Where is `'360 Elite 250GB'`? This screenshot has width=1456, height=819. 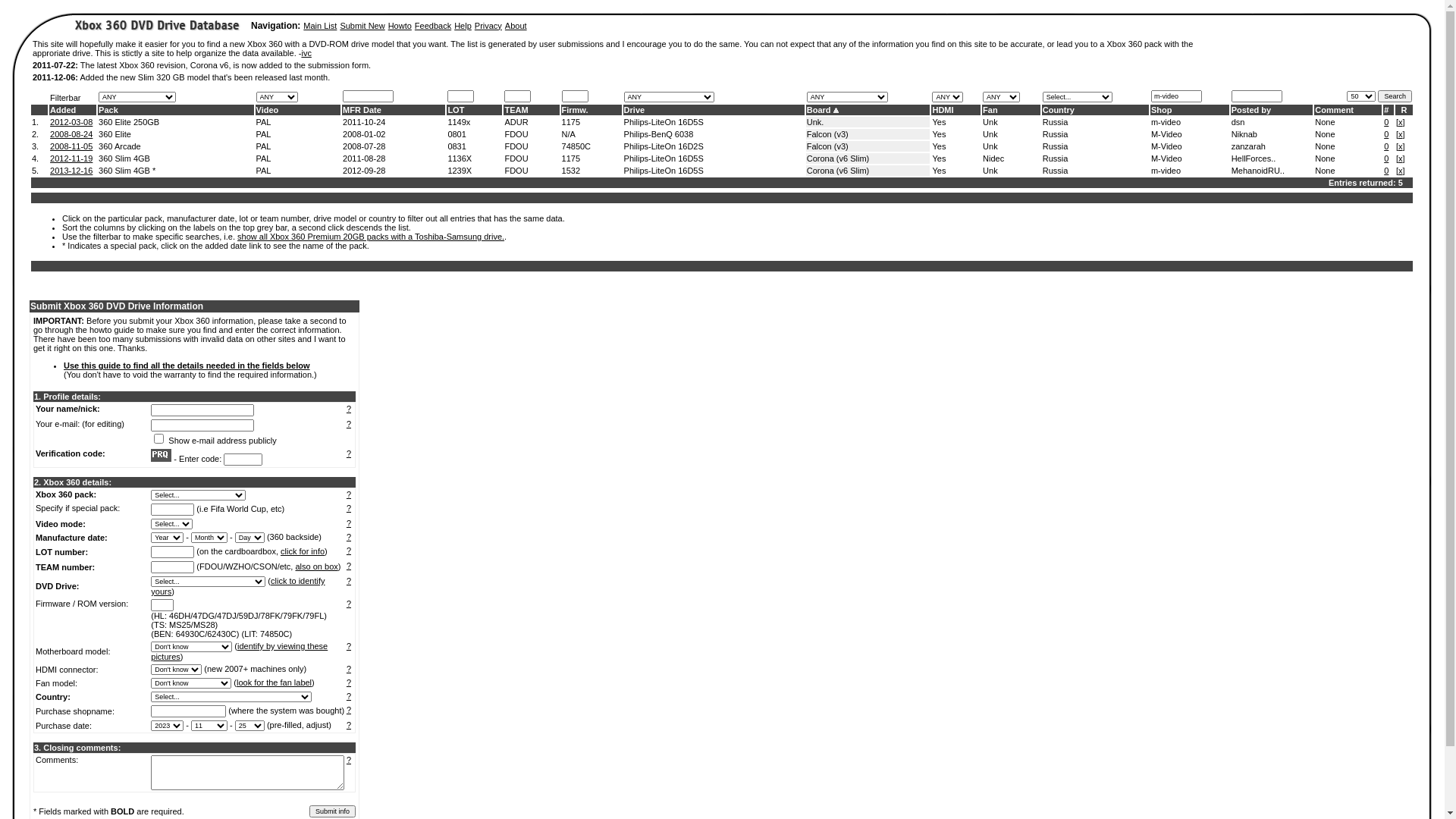
'360 Elite 250GB' is located at coordinates (128, 121).